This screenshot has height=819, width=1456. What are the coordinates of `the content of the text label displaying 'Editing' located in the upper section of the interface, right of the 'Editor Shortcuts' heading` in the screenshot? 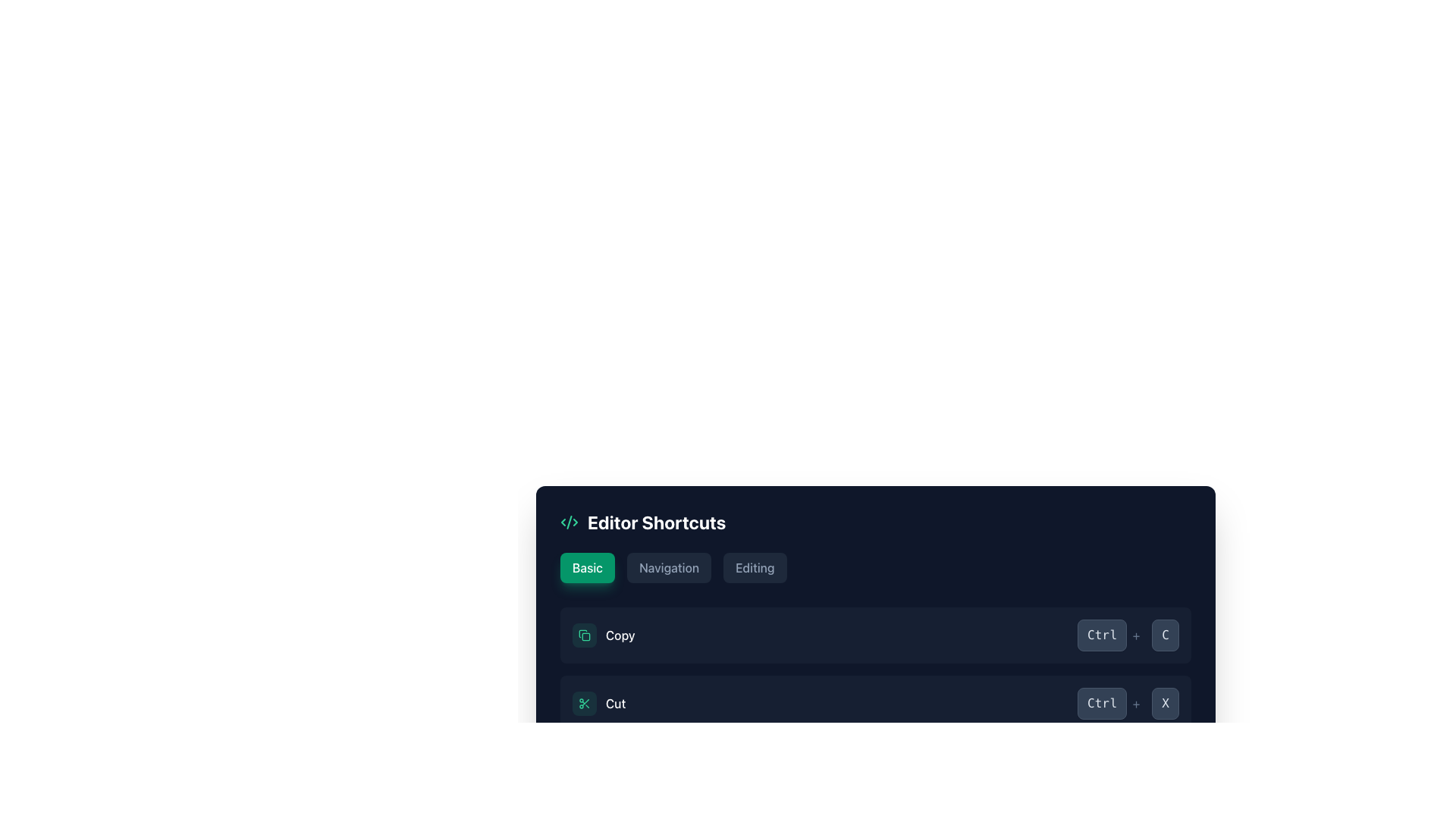 It's located at (755, 567).